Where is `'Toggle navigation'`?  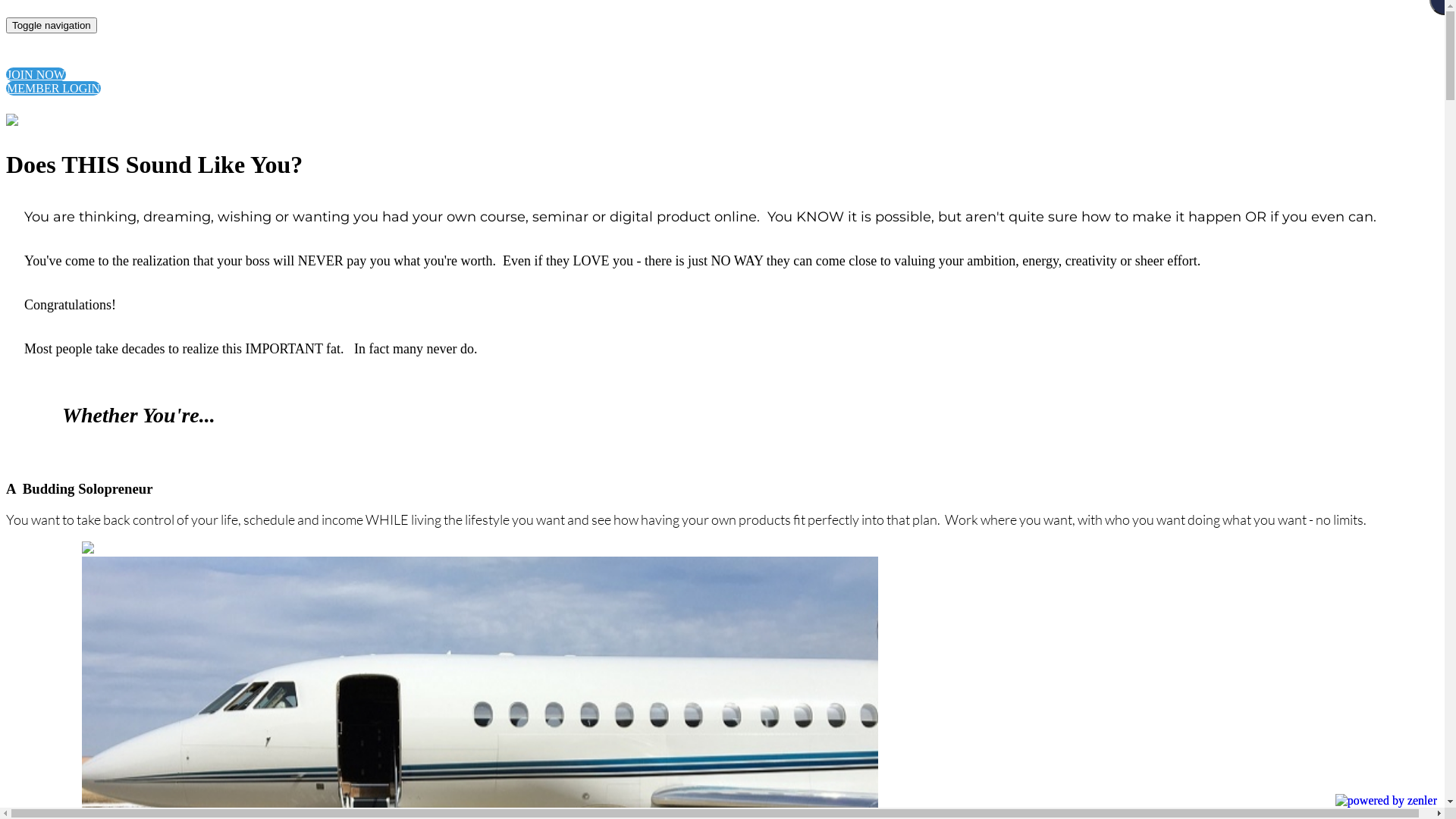
'Toggle navigation' is located at coordinates (51, 25).